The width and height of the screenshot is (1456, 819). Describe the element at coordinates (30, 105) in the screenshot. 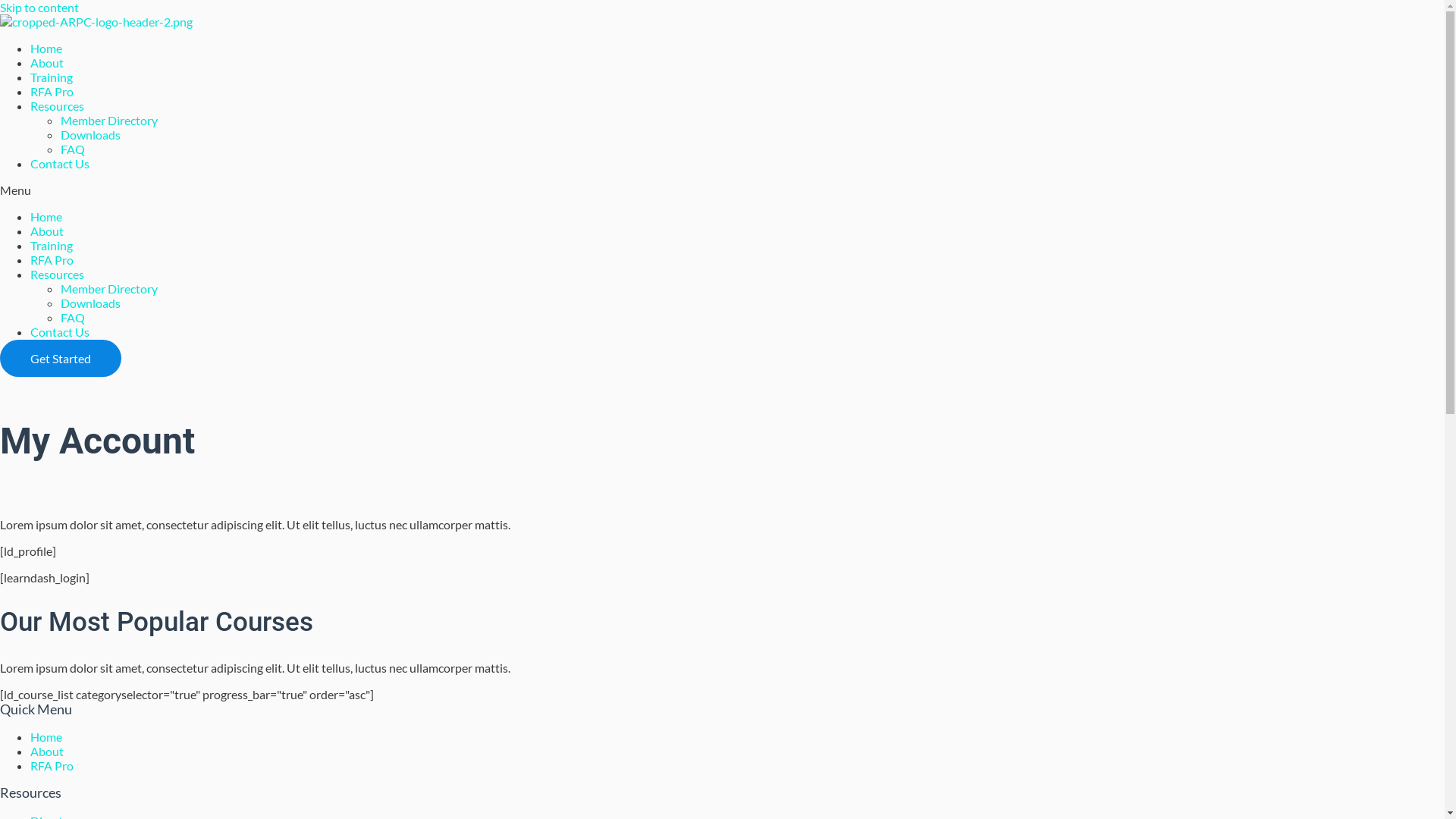

I see `'Resources'` at that location.